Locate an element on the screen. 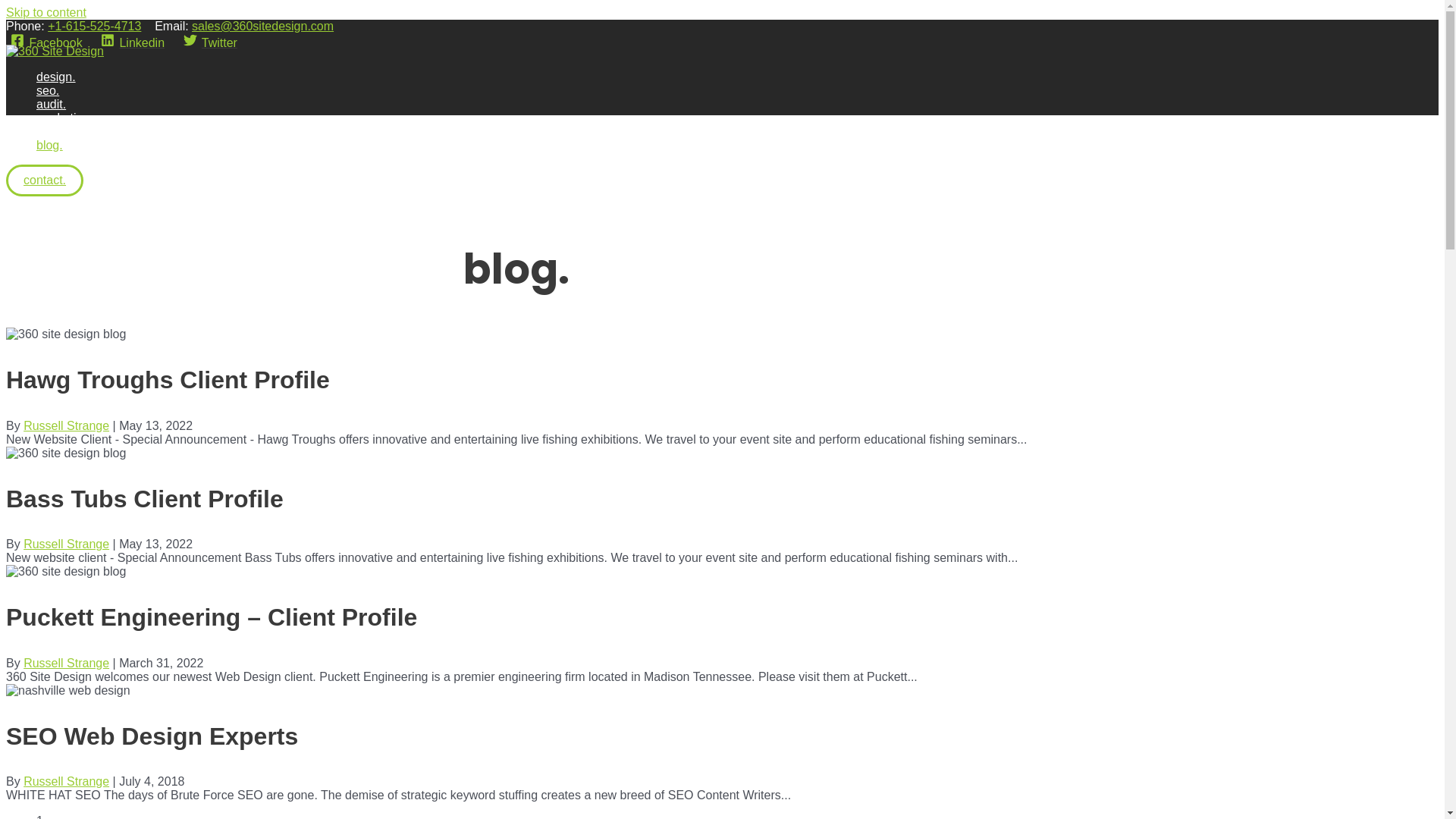 The width and height of the screenshot is (1456, 819). 'marketing.' is located at coordinates (65, 117).